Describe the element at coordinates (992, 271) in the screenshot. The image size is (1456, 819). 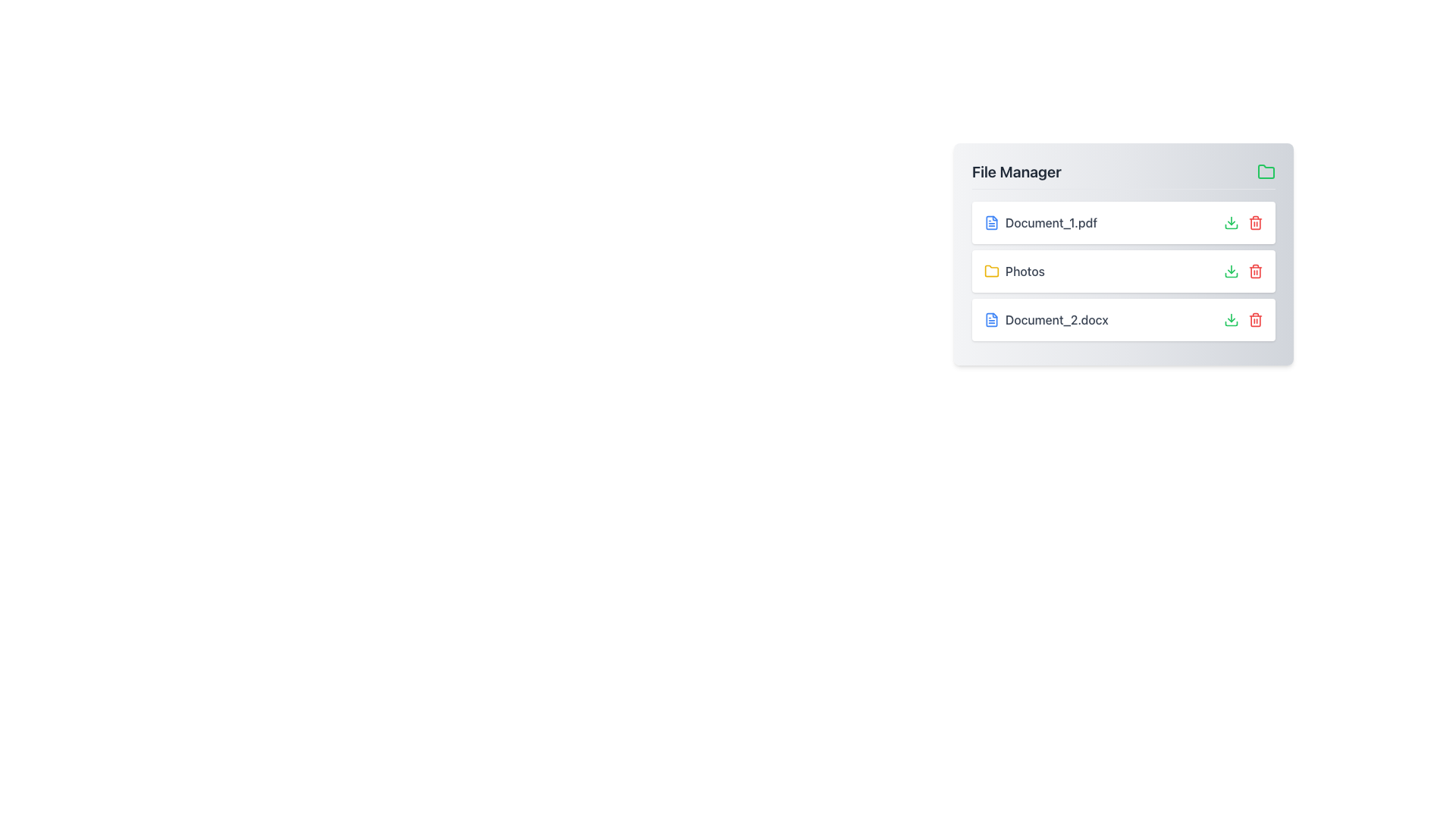
I see `the folder icon representing the 'Photos' label in the 'File Manager' section, located in the second row of the vertical list` at that location.